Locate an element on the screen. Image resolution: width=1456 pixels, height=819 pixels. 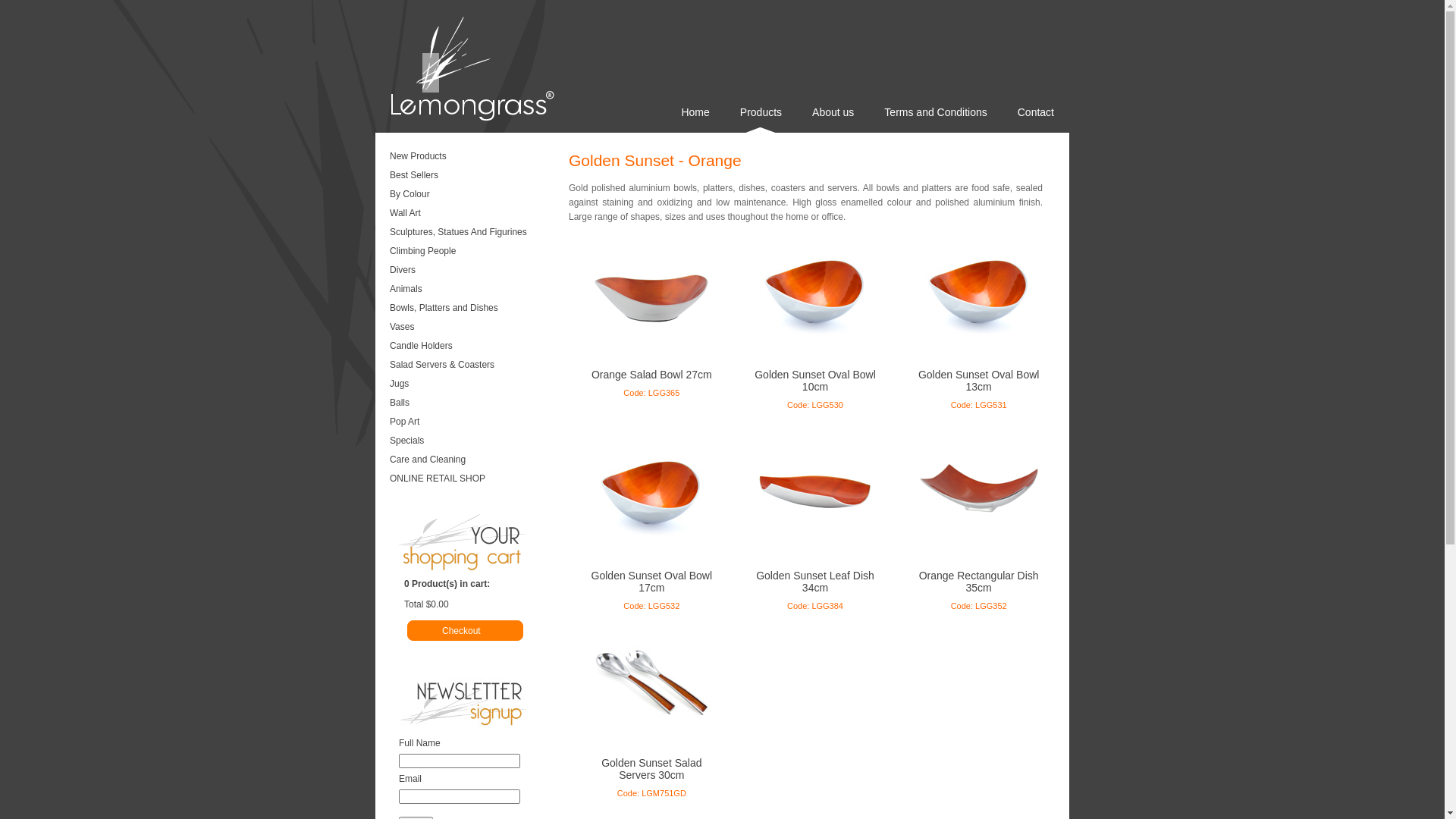
'Candle Holders' is located at coordinates (469, 347).